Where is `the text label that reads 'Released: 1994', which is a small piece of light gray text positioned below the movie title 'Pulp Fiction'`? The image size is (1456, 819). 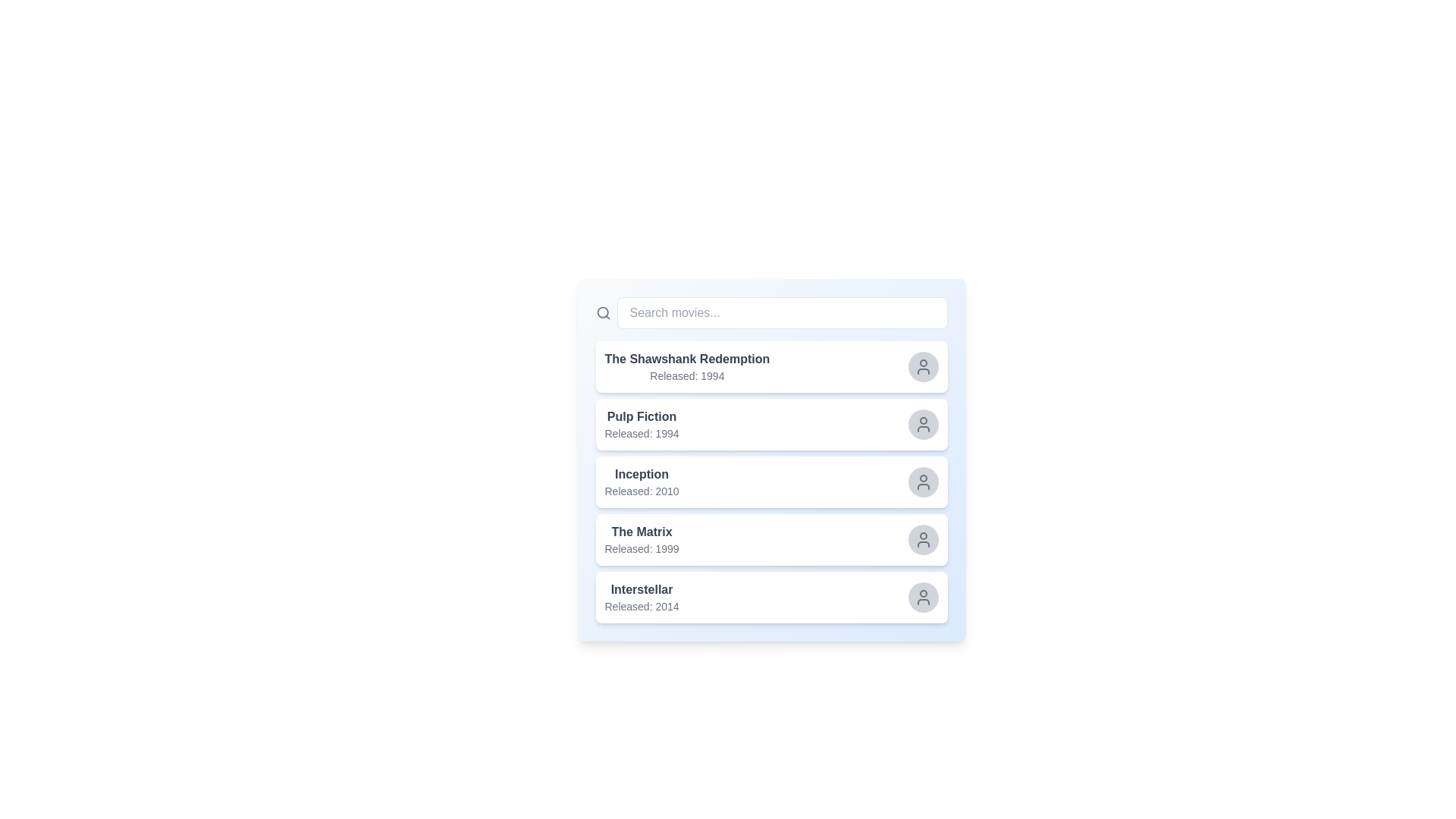 the text label that reads 'Released: 1994', which is a small piece of light gray text positioned below the movie title 'Pulp Fiction' is located at coordinates (642, 433).